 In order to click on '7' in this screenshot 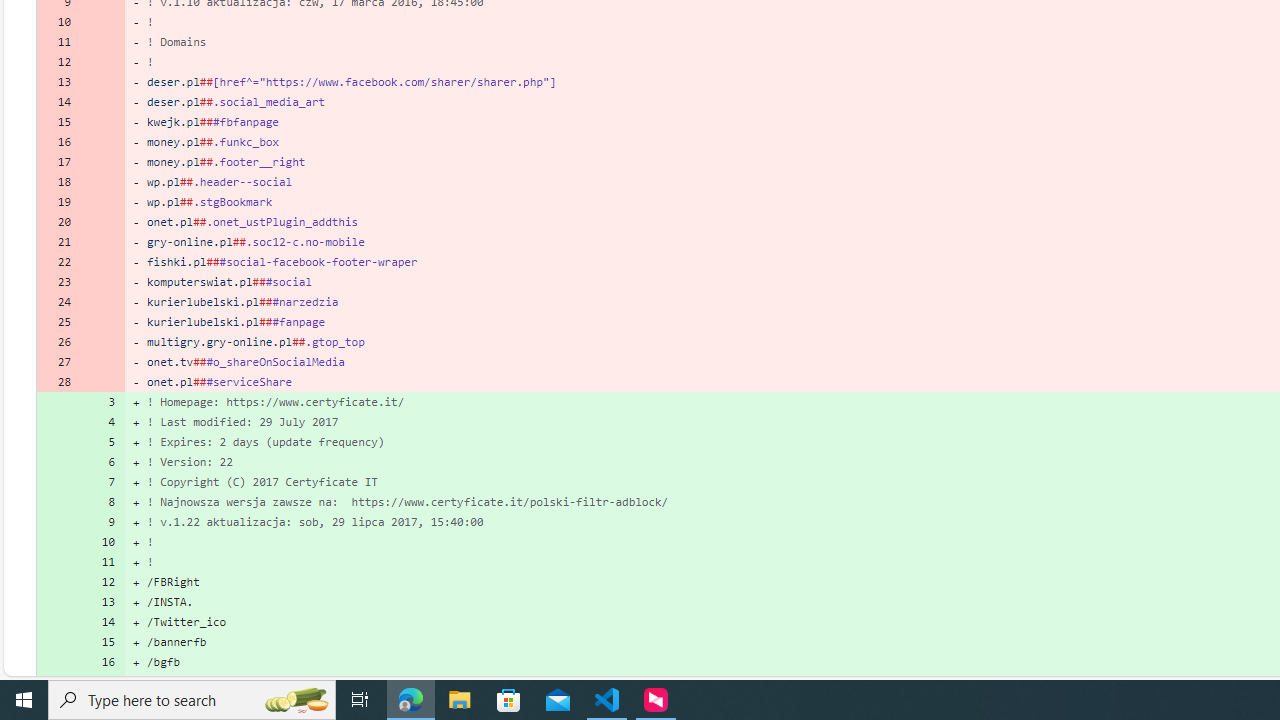, I will do `click(102, 482)`.